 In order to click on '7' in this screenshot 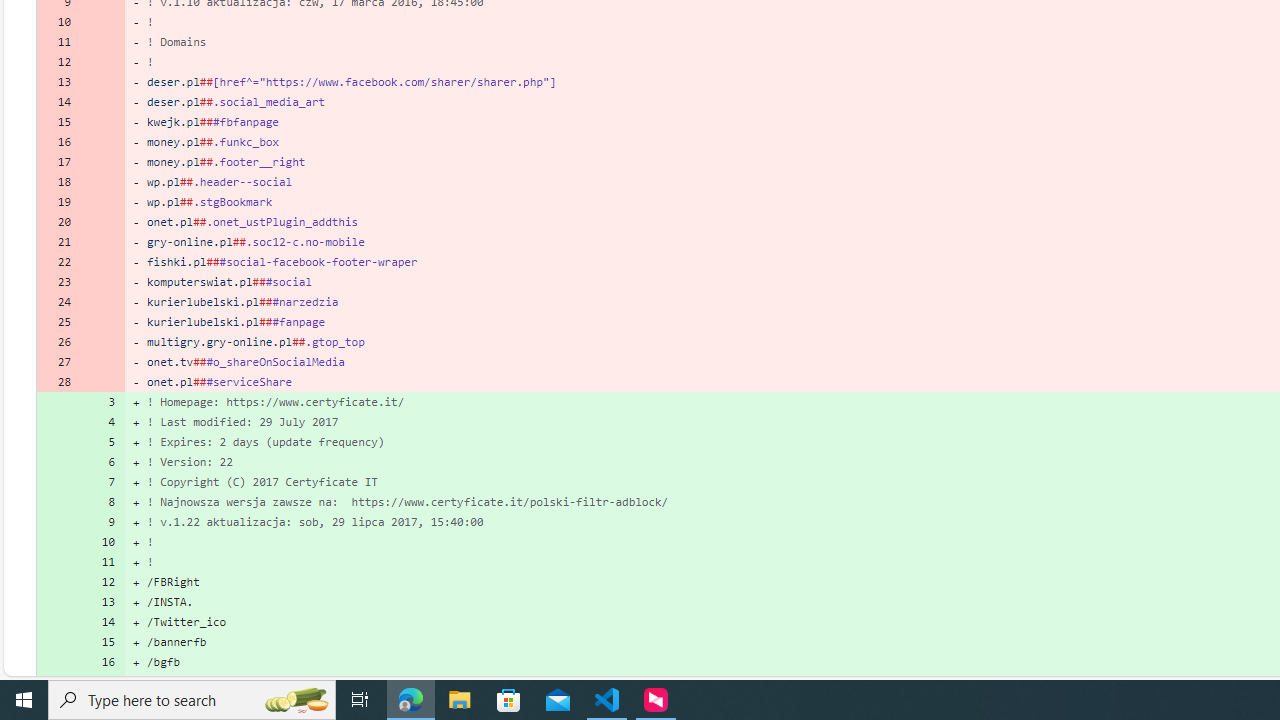, I will do `click(102, 482)`.